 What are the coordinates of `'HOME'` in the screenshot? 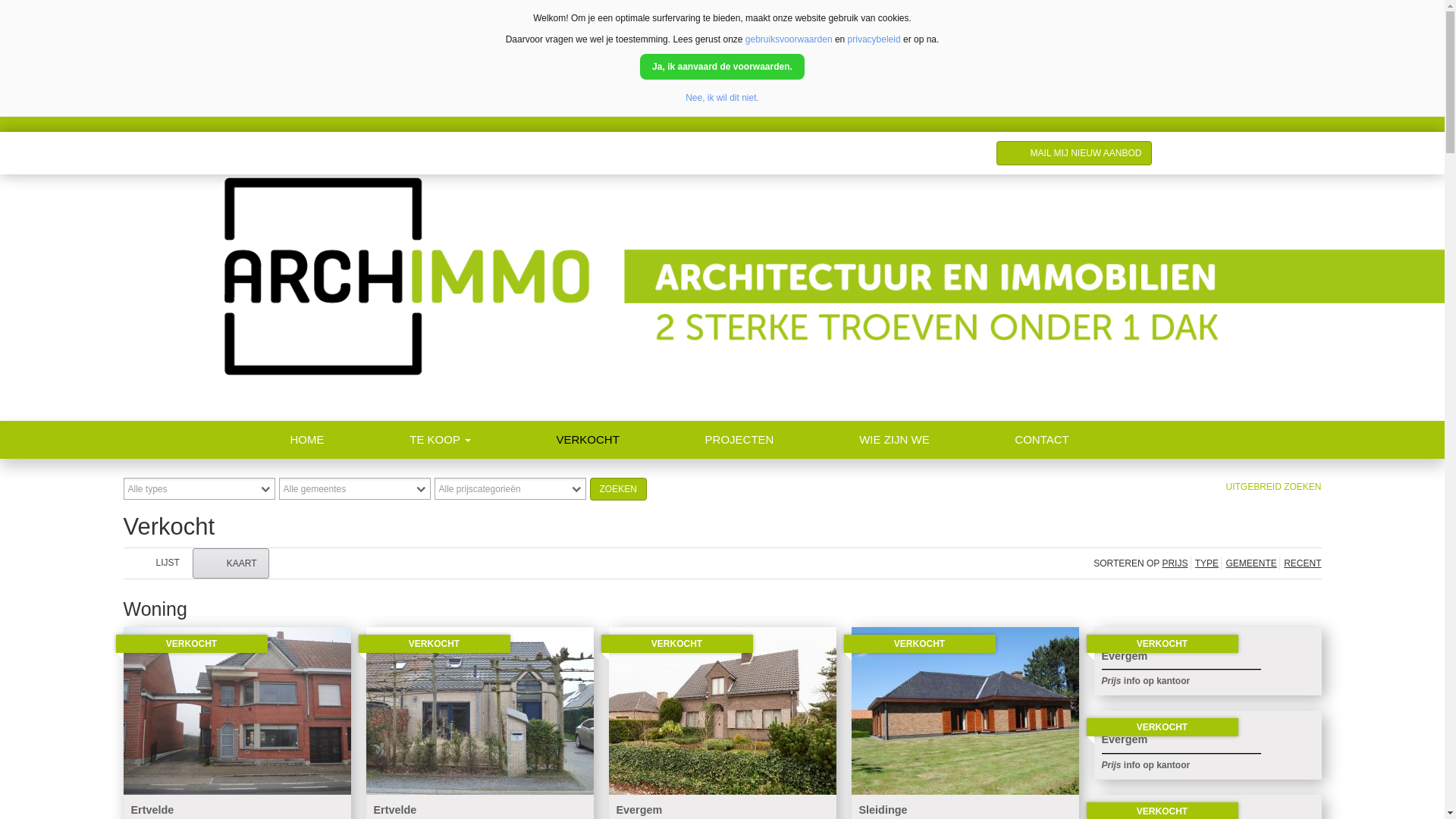 It's located at (348, 439).